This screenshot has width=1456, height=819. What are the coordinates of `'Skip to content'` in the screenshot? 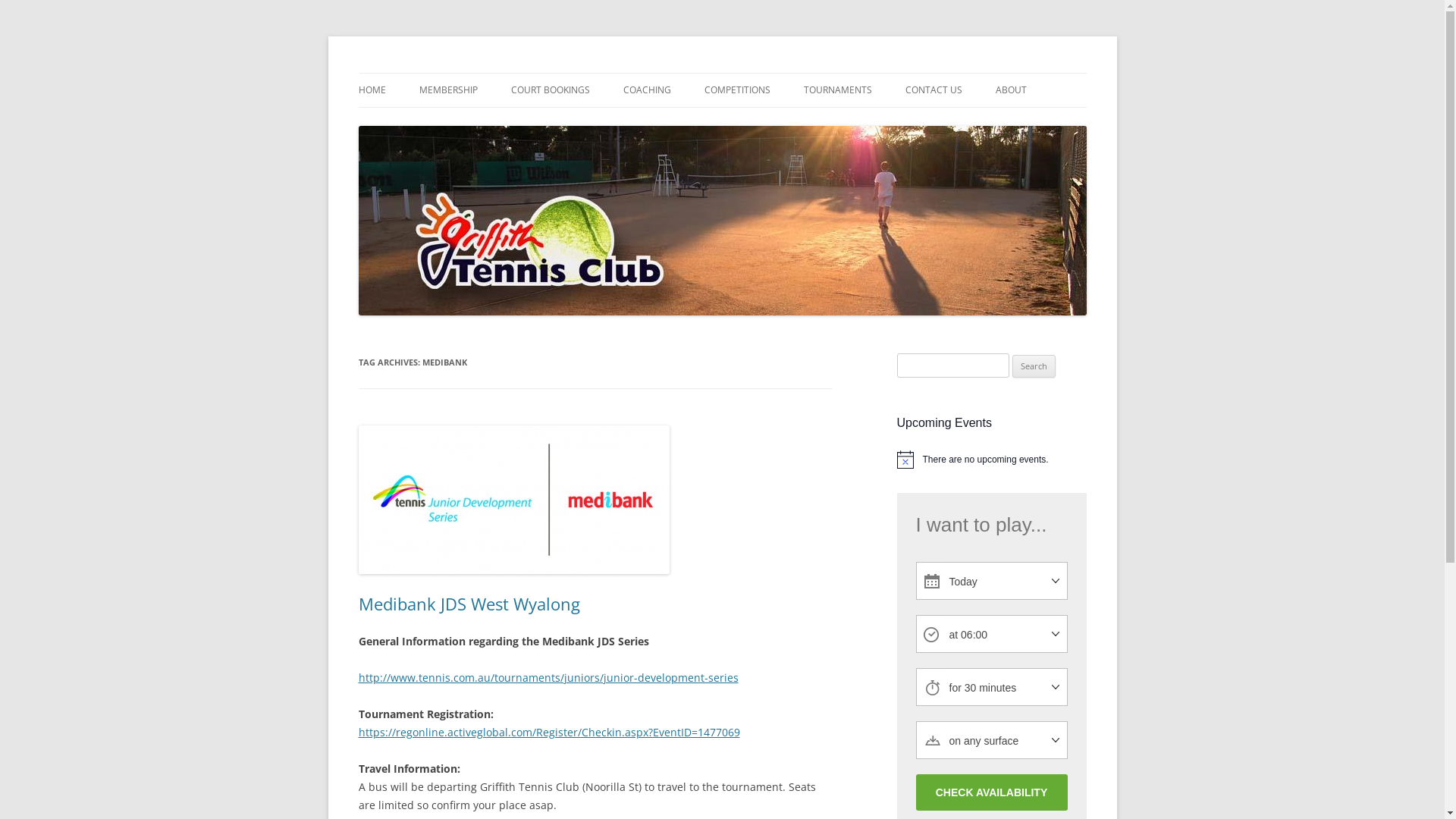 It's located at (721, 73).